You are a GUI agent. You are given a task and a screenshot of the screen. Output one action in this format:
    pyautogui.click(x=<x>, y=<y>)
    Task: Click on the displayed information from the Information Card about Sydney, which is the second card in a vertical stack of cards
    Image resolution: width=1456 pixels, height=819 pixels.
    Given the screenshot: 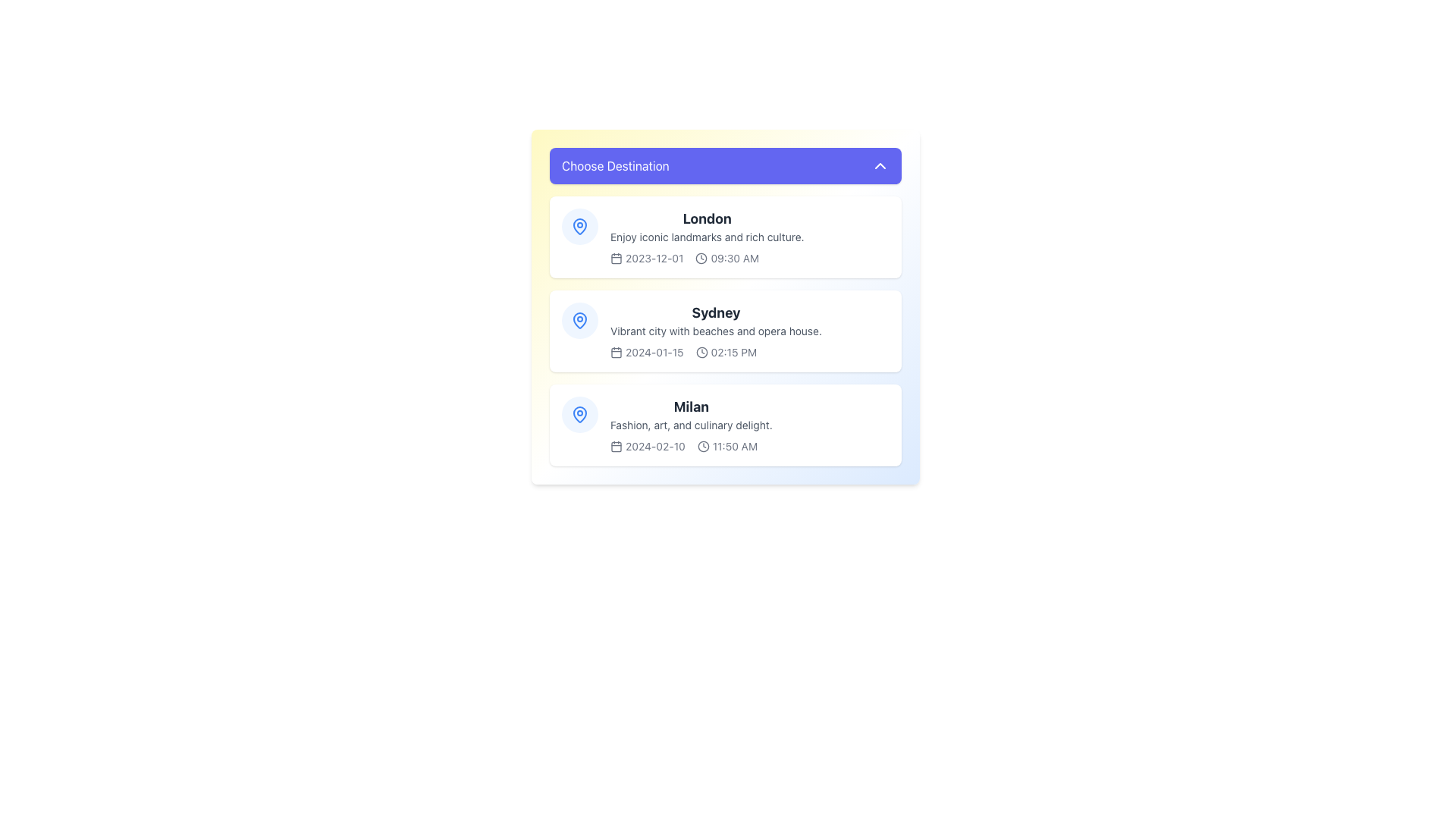 What is the action you would take?
    pyautogui.click(x=724, y=307)
    